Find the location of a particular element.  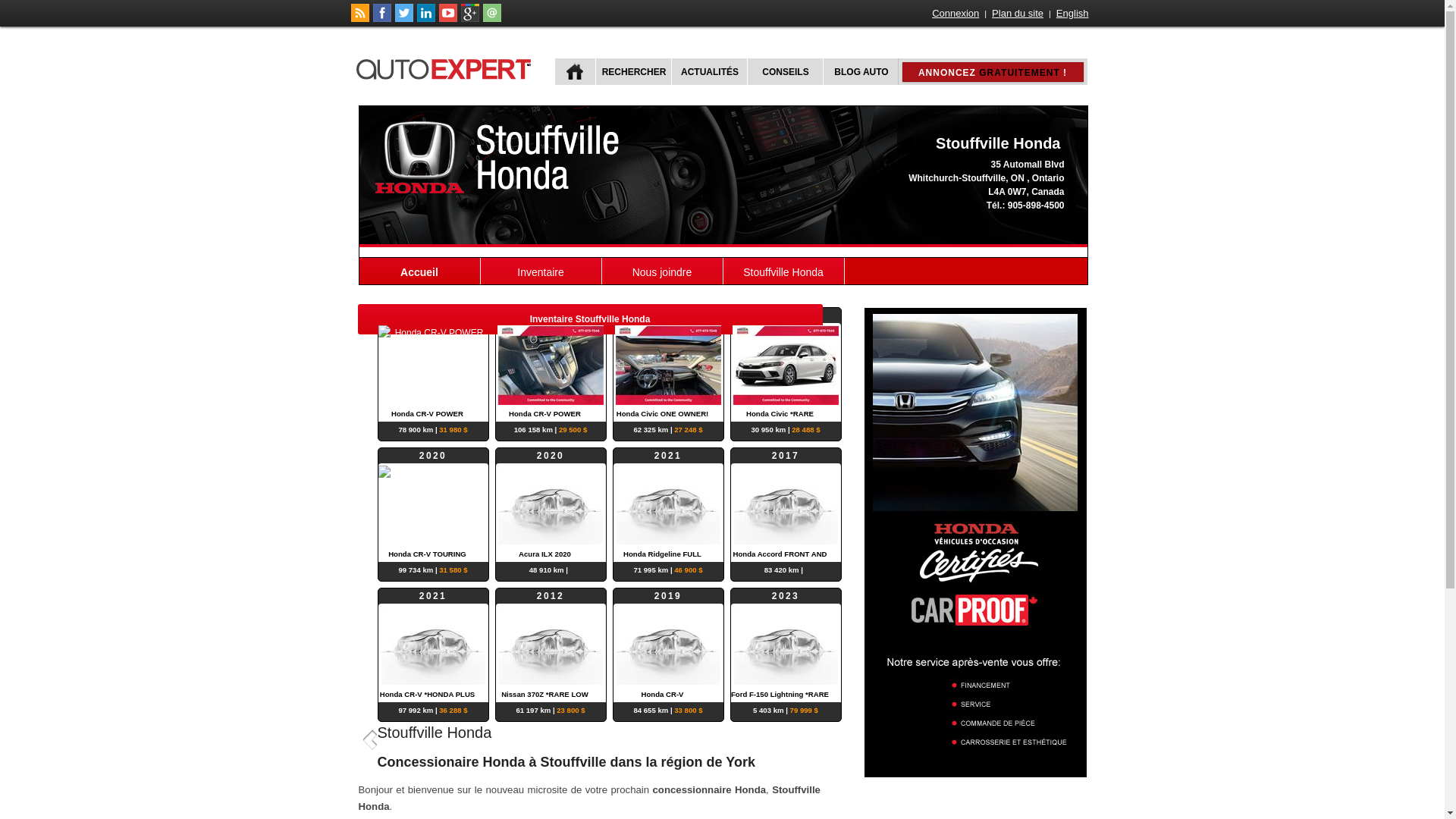

'Connexion' is located at coordinates (954, 13).